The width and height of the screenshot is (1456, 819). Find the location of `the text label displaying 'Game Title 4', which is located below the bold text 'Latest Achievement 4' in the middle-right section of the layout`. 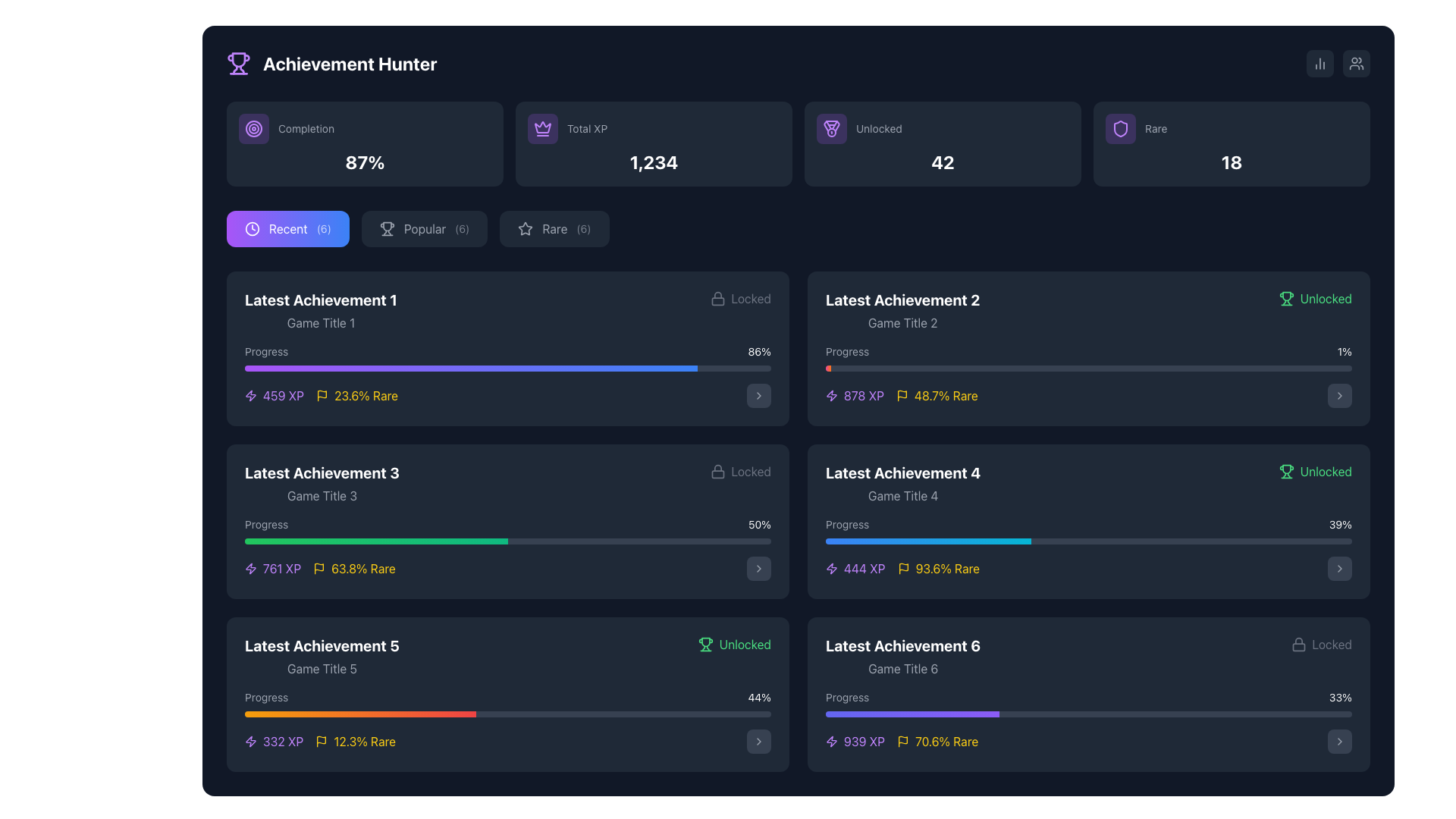

the text label displaying 'Game Title 4', which is located below the bold text 'Latest Achievement 4' in the middle-right section of the layout is located at coordinates (903, 496).